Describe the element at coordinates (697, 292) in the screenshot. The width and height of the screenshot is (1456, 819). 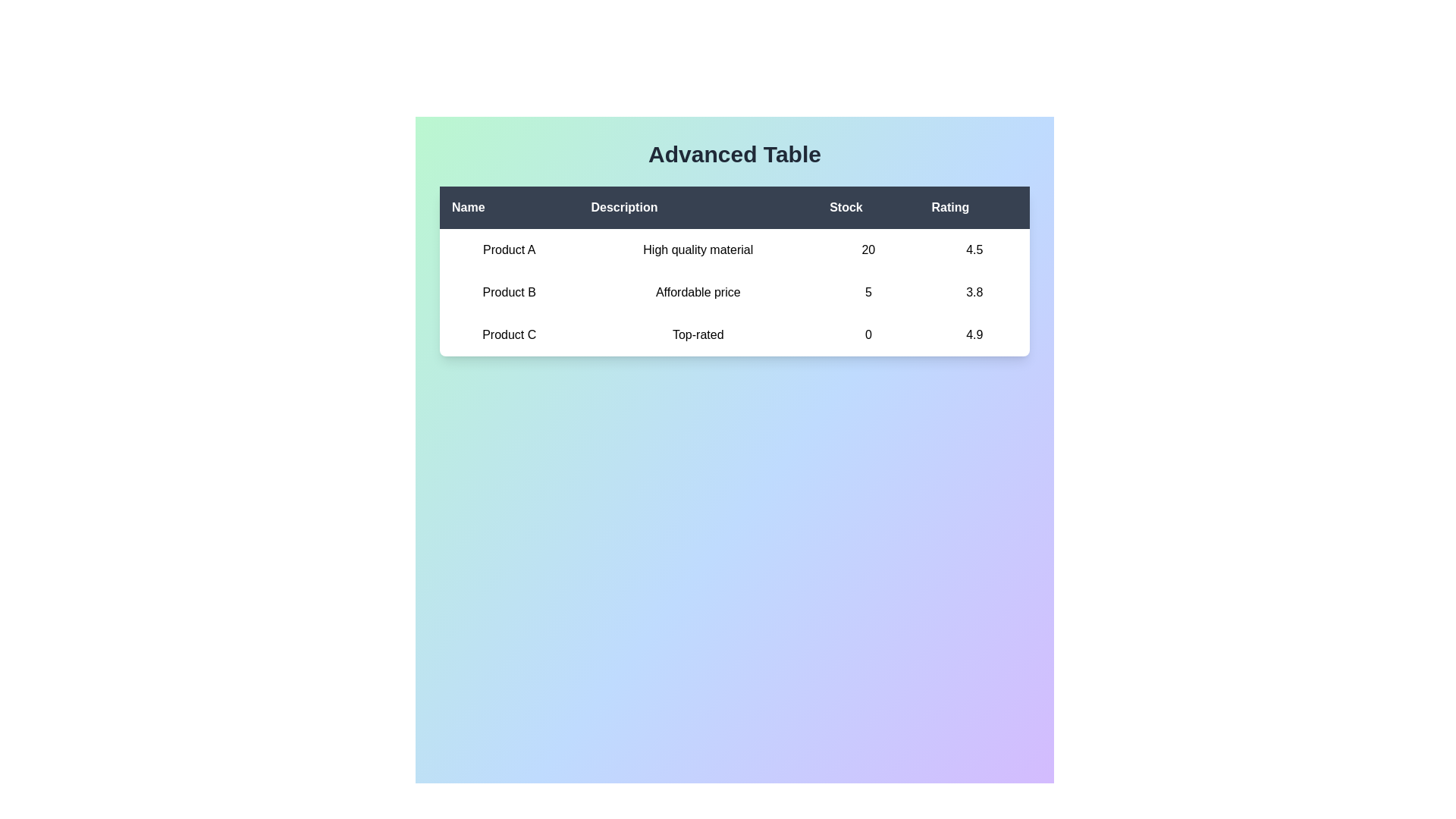
I see `text label displaying 'Affordable price' located under the 'Description' column for 'Product B' in the table` at that location.